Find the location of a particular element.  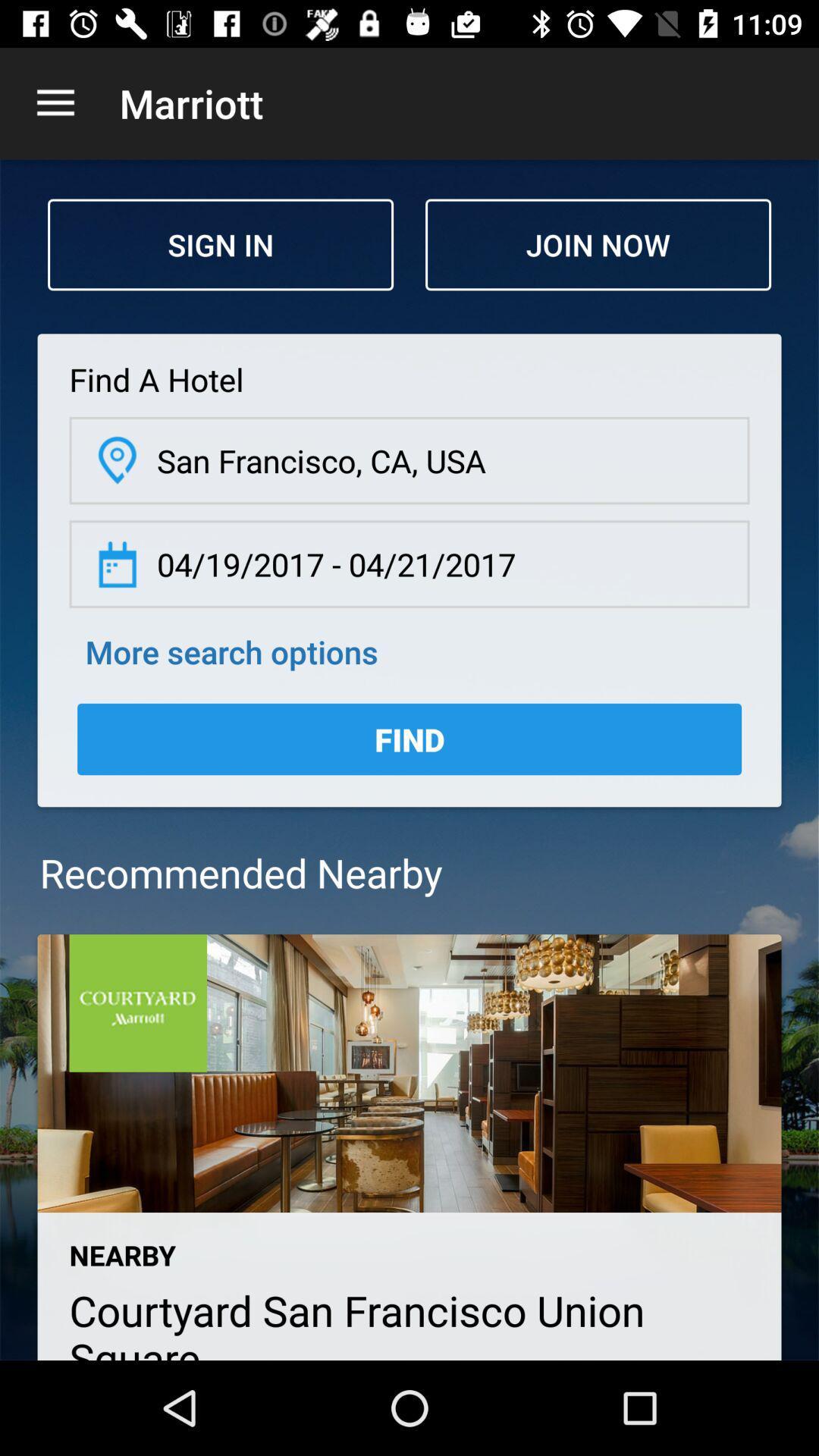

icon next to sign in icon is located at coordinates (598, 244).